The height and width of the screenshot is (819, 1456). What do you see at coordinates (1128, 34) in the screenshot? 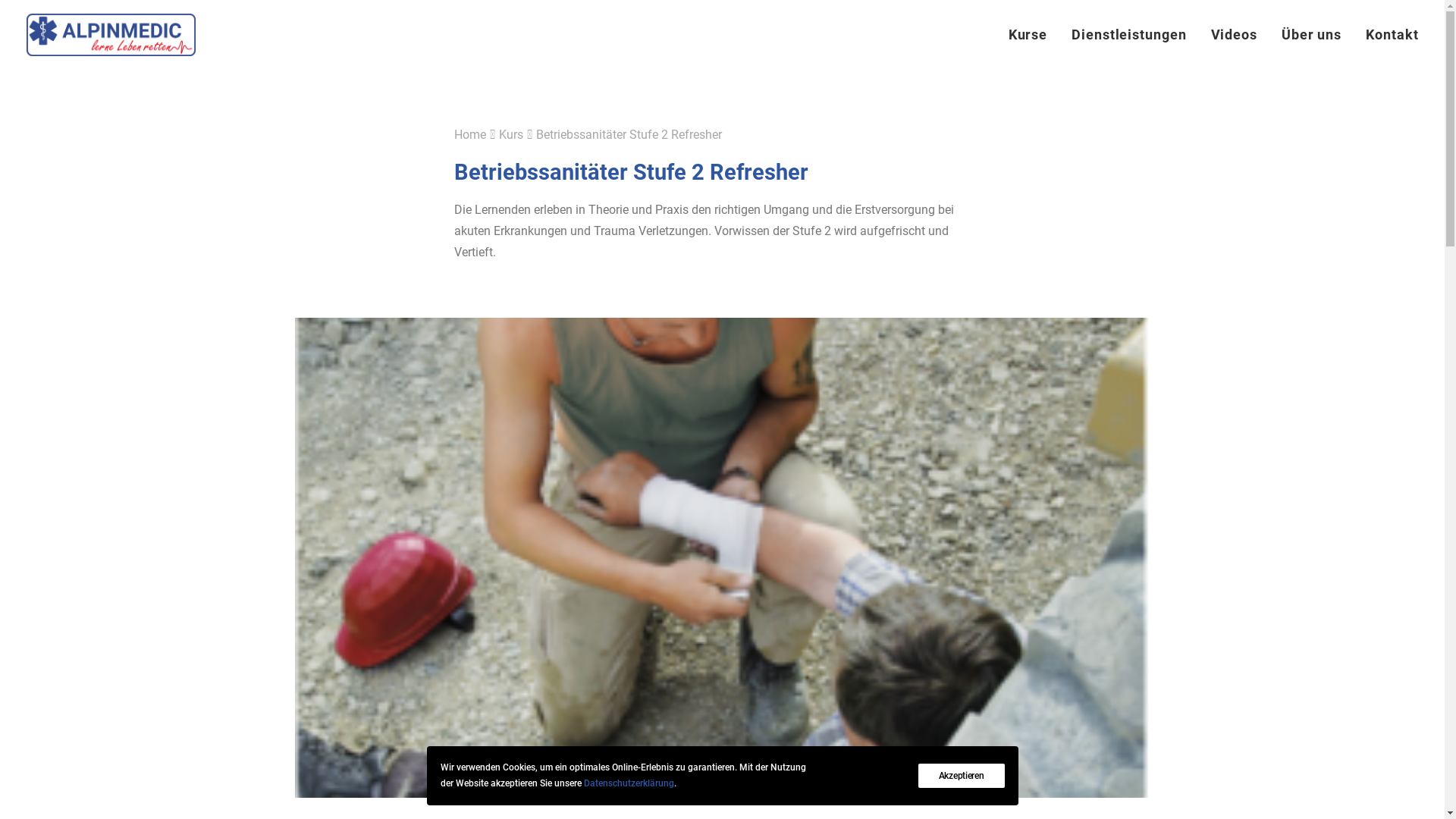
I see `'Dienstleistungen'` at bounding box center [1128, 34].